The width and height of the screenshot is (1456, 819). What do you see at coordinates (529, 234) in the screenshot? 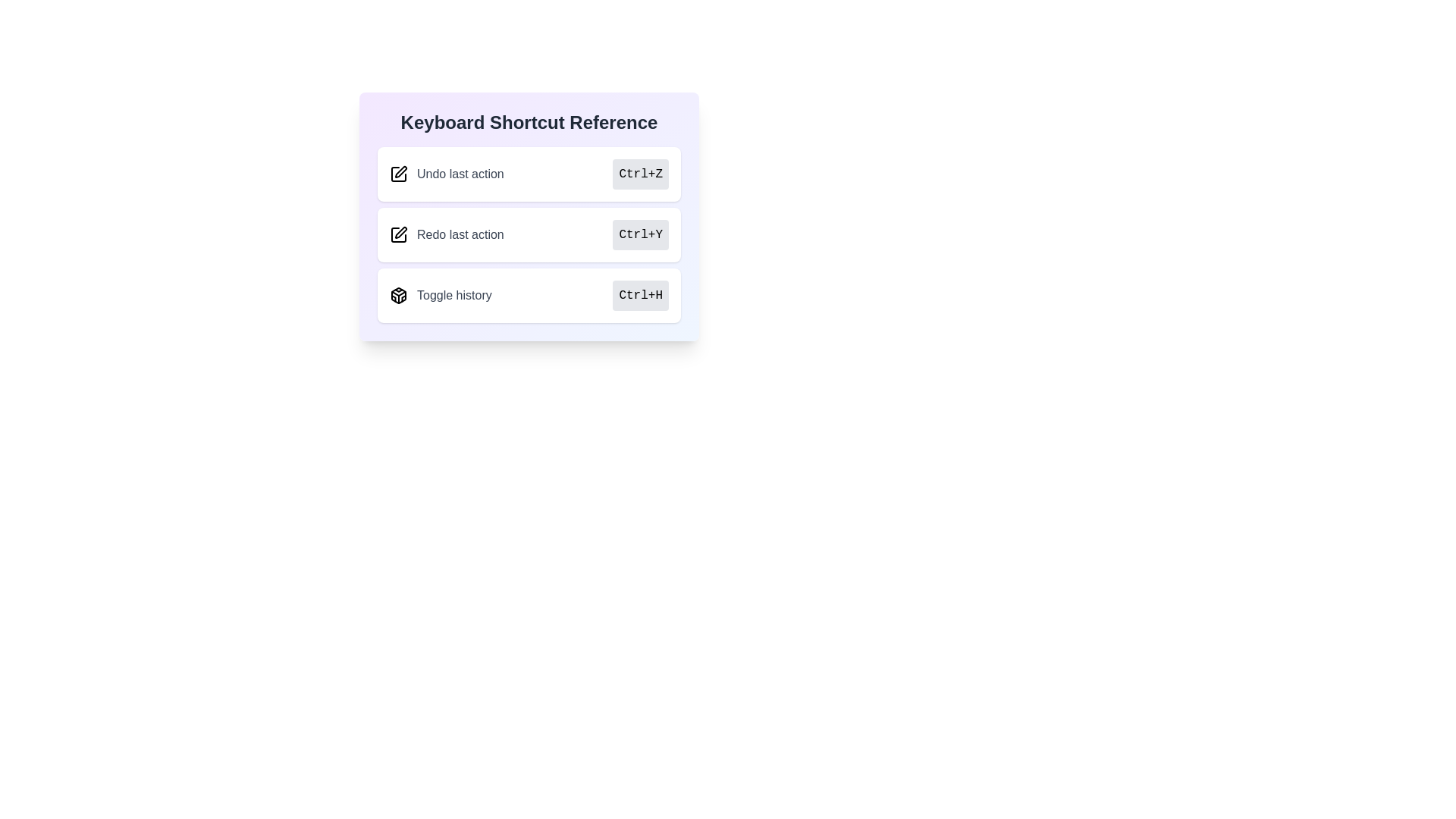
I see `the second list item in the 'Keyboard Shortcut Reference' component which displays the keyboard shortcut for redoing the last action` at bounding box center [529, 234].